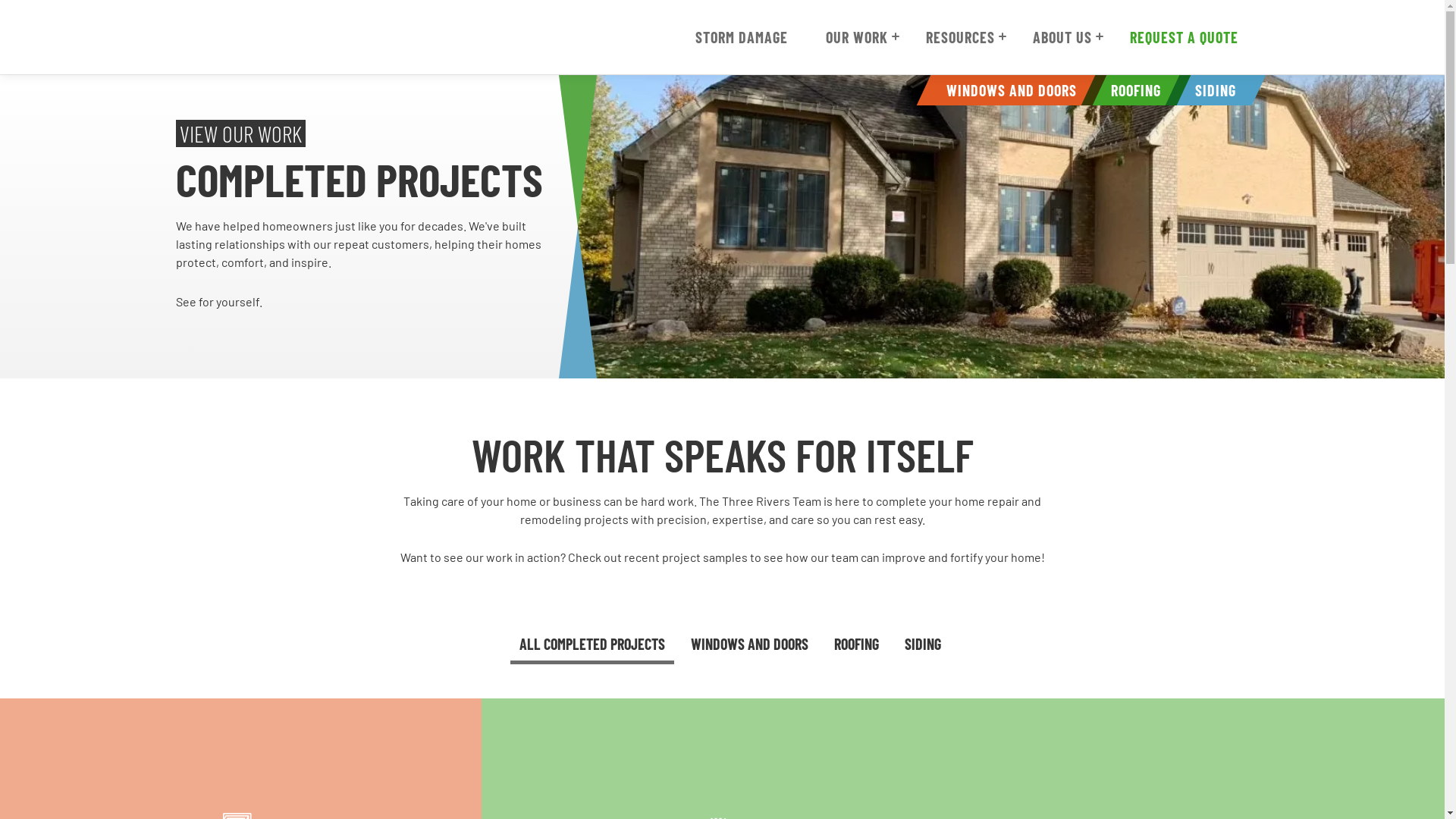 This screenshot has width=1456, height=819. What do you see at coordinates (959, 36) in the screenshot?
I see `'RESOURCES'` at bounding box center [959, 36].